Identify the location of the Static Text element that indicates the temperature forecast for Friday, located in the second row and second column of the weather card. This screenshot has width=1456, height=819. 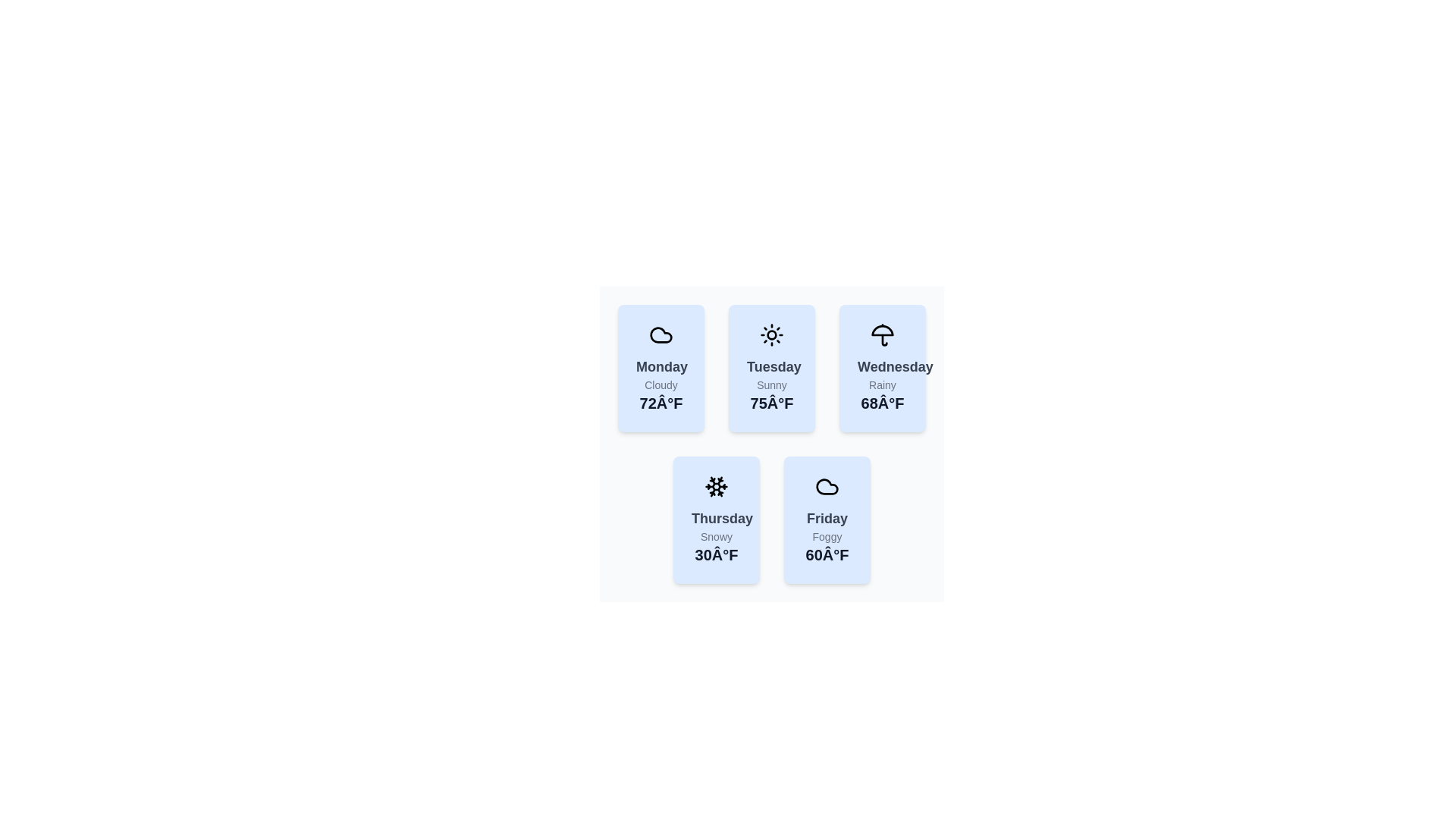
(826, 555).